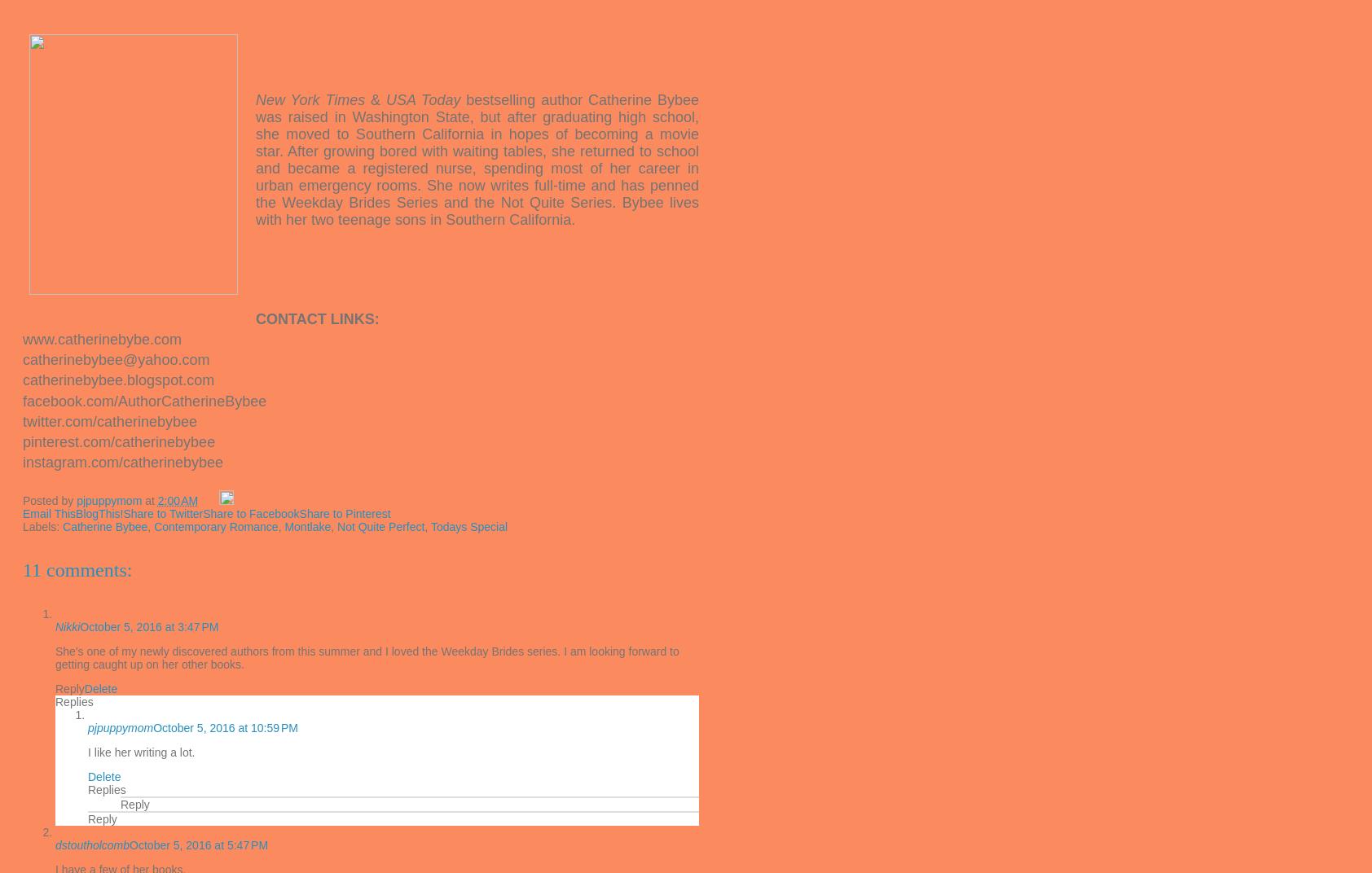 This screenshot has height=873, width=1372. What do you see at coordinates (140, 752) in the screenshot?
I see `'I like her writing a lot.'` at bounding box center [140, 752].